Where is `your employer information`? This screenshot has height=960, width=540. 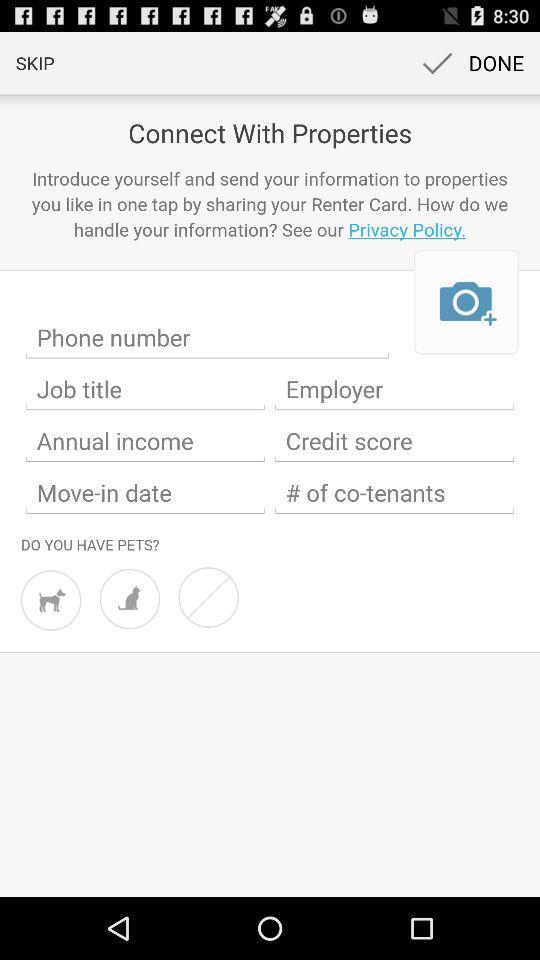
your employer information is located at coordinates (394, 388).